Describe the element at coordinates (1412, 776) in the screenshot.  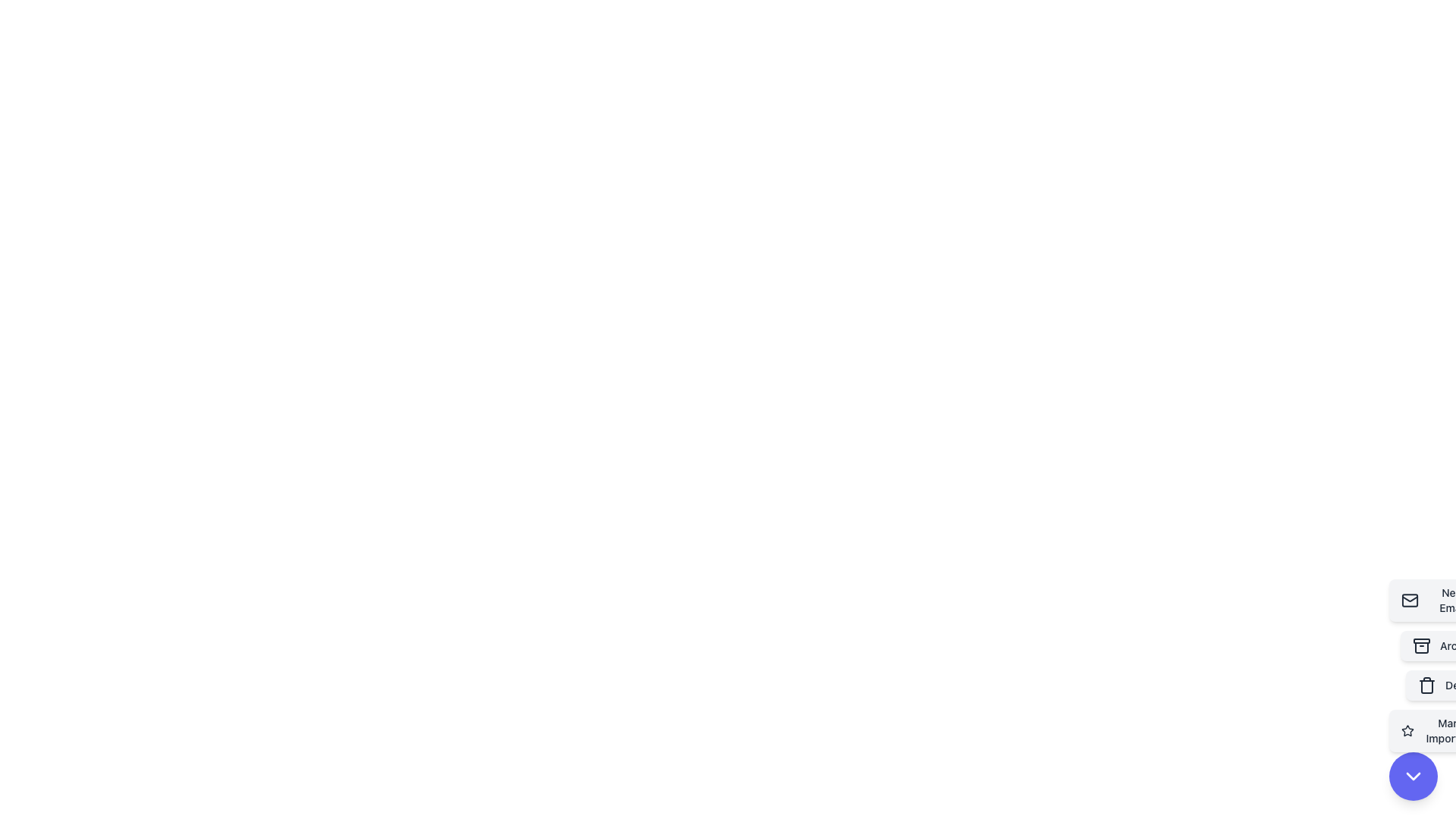
I see `the Chevron icon within the button located at the bottom-right of the interface` at that location.